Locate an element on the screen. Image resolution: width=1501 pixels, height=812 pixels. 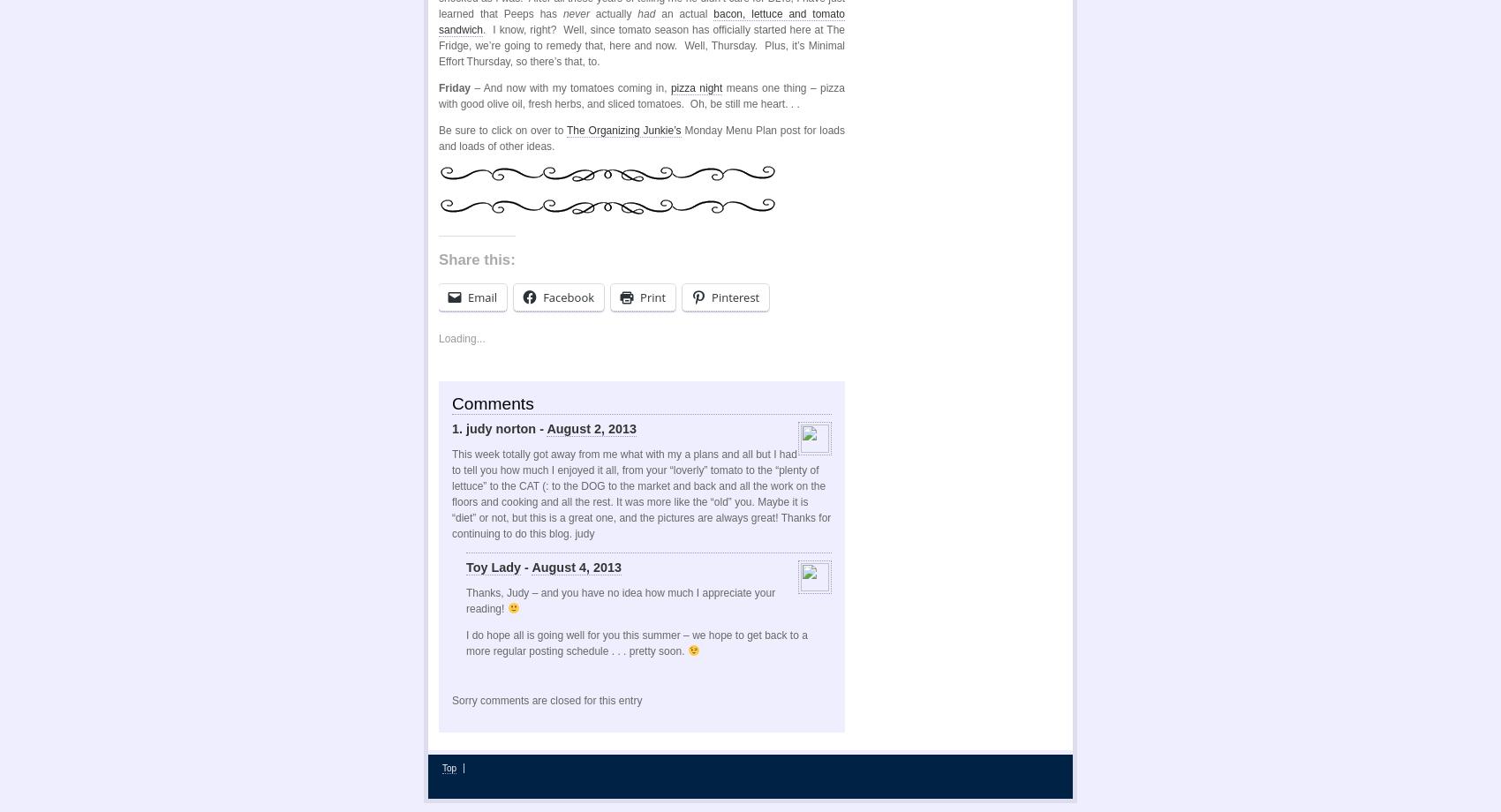
'an actual' is located at coordinates (655, 14).